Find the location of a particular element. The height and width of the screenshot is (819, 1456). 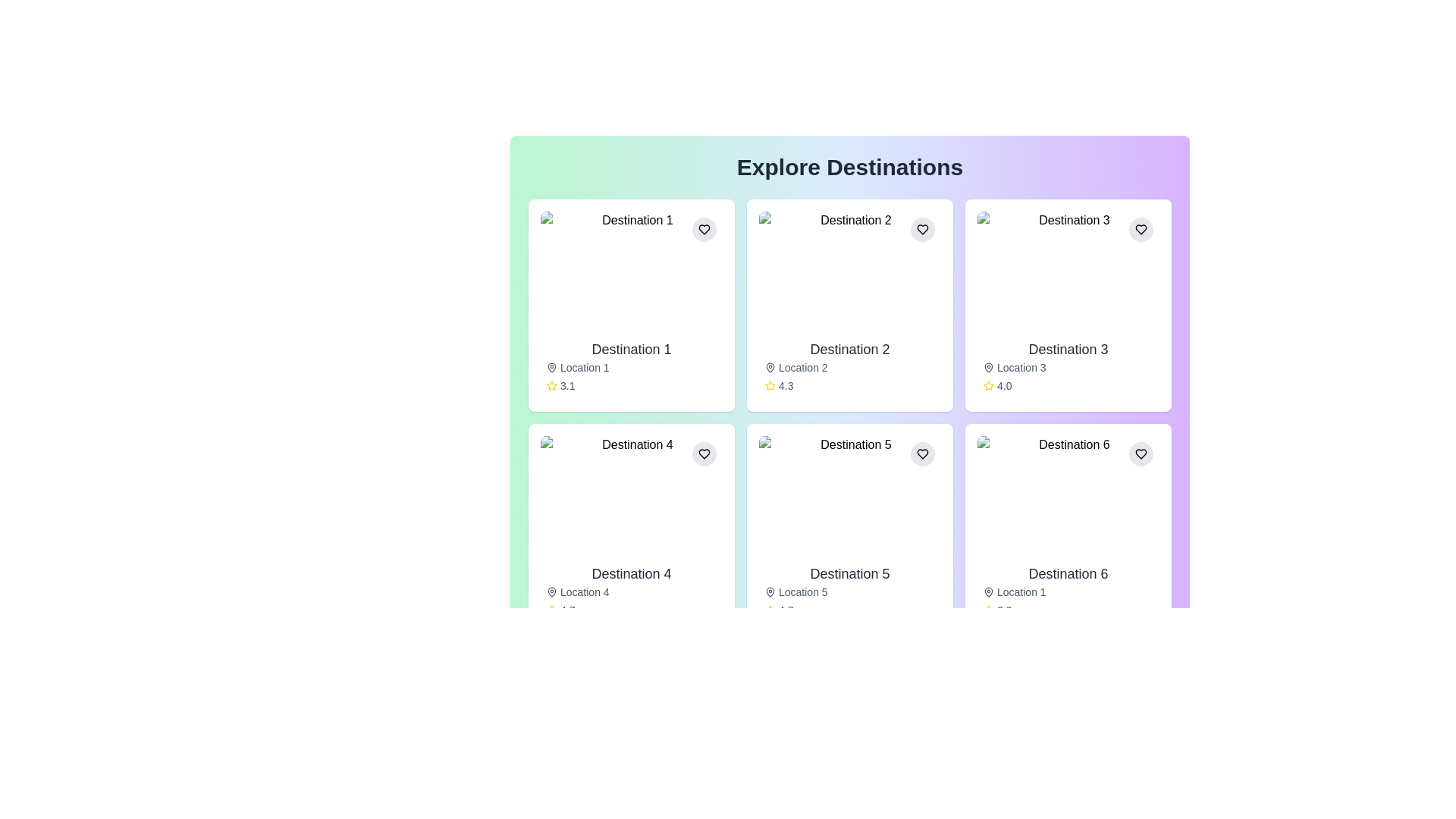

the heart-shaped icon used for saving or liking content, located in the top-right section of the card labeled 'Destination 3' is located at coordinates (1141, 230).